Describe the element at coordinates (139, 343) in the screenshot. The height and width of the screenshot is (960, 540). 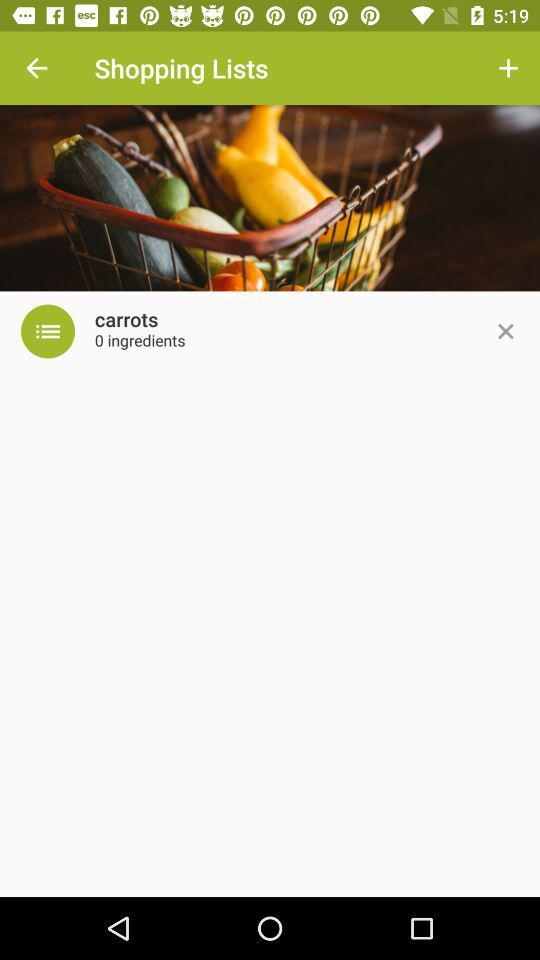
I see `item below the carrots` at that location.